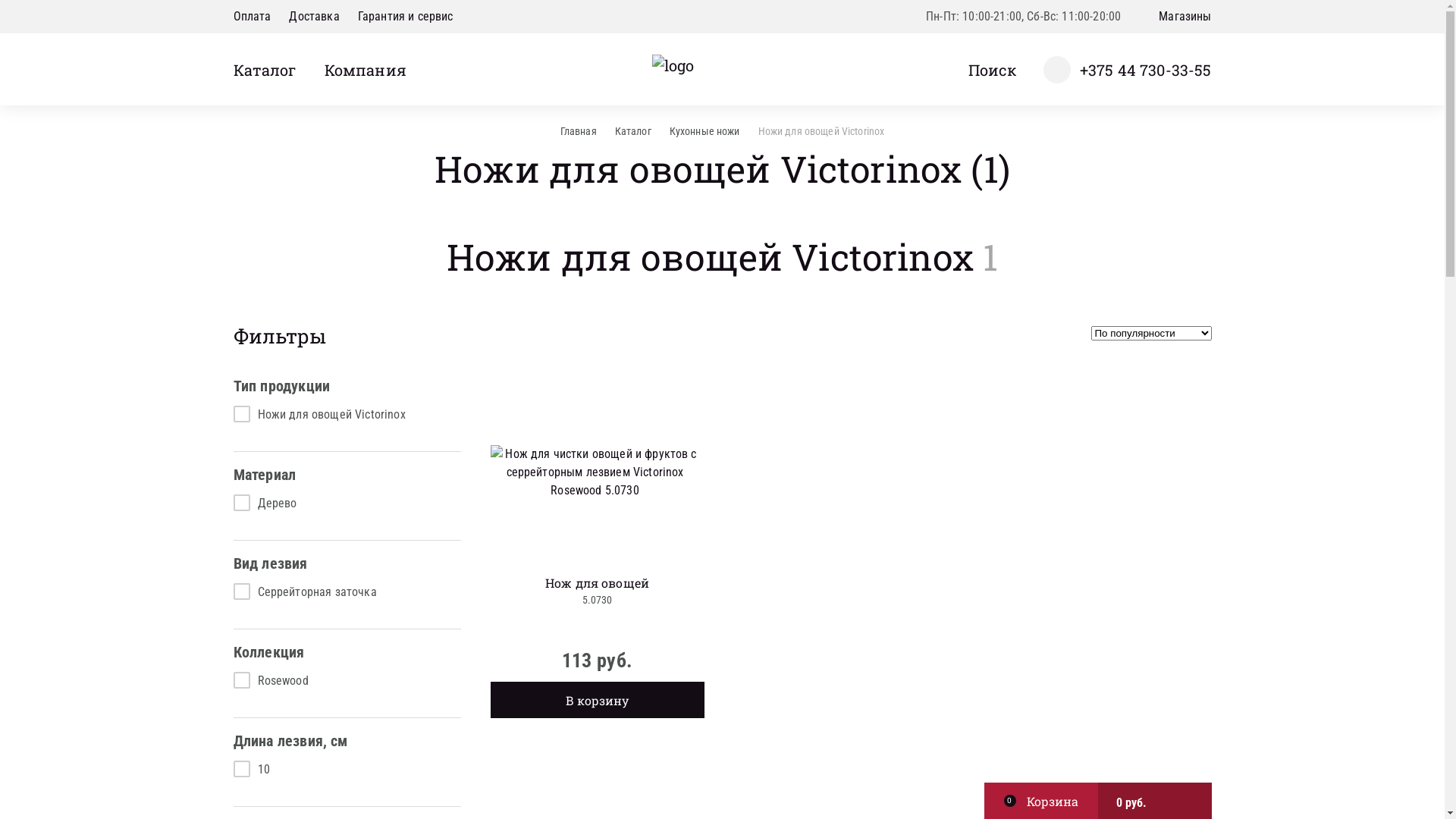 Image resolution: width=1456 pixels, height=819 pixels. Describe the element at coordinates (721, 5) in the screenshot. I see `'Y'` at that location.